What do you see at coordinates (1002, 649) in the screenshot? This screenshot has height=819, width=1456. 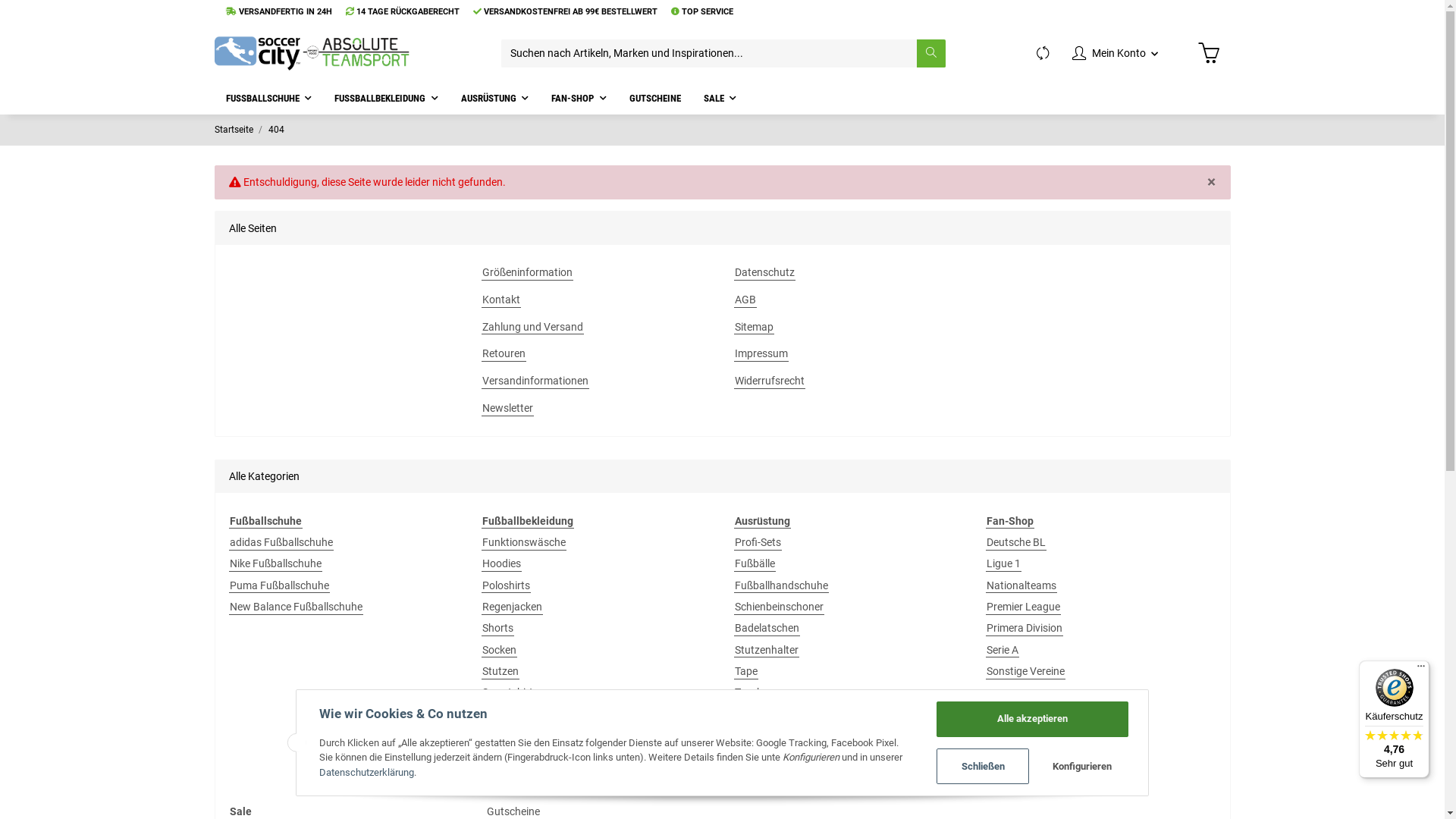 I see `'Serie A'` at bounding box center [1002, 649].